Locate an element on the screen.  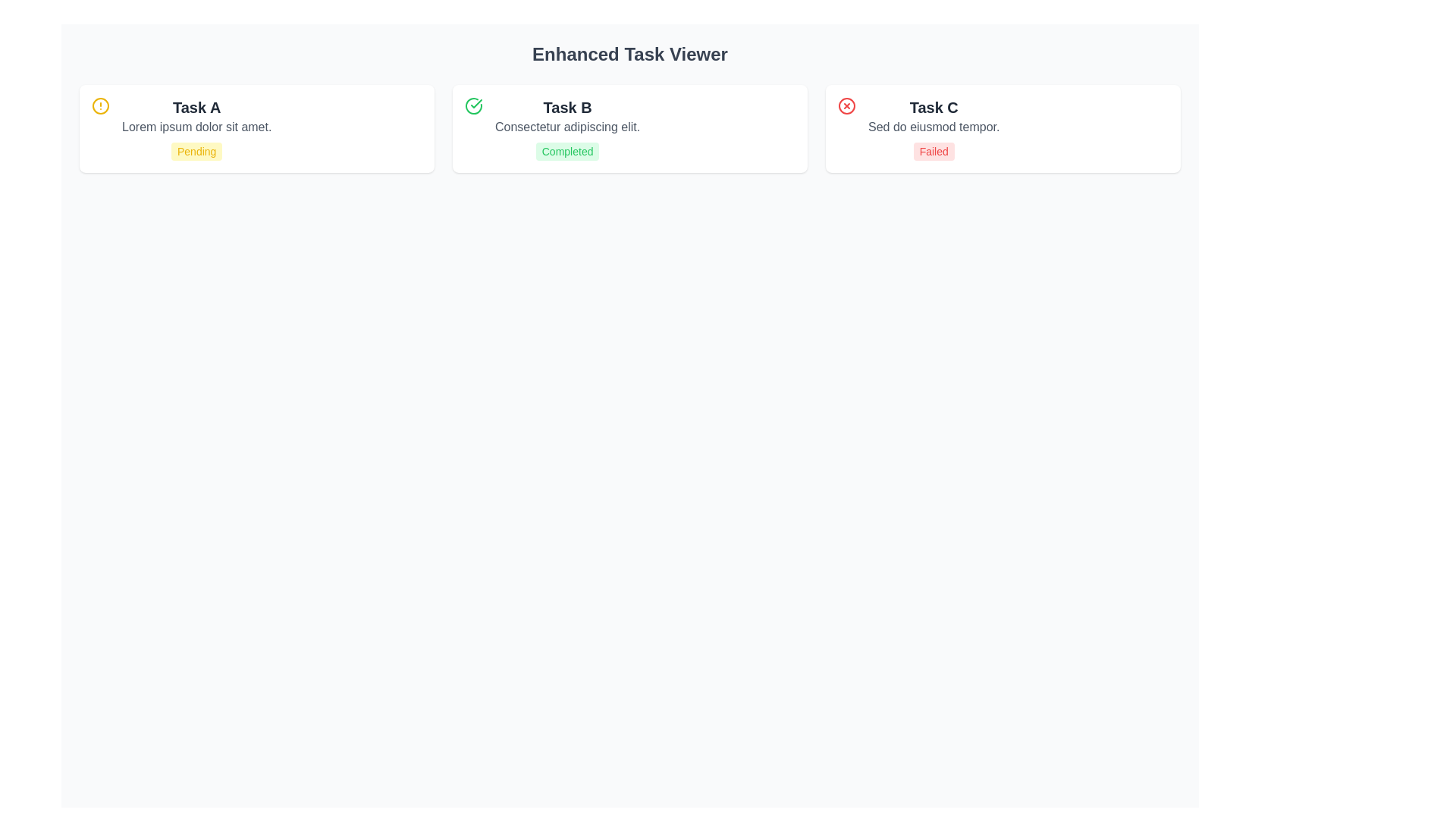
the 'Enhanced Task Viewer' text header, which is a large, bold, gray-colored header positioned at the top of the interface is located at coordinates (629, 54).